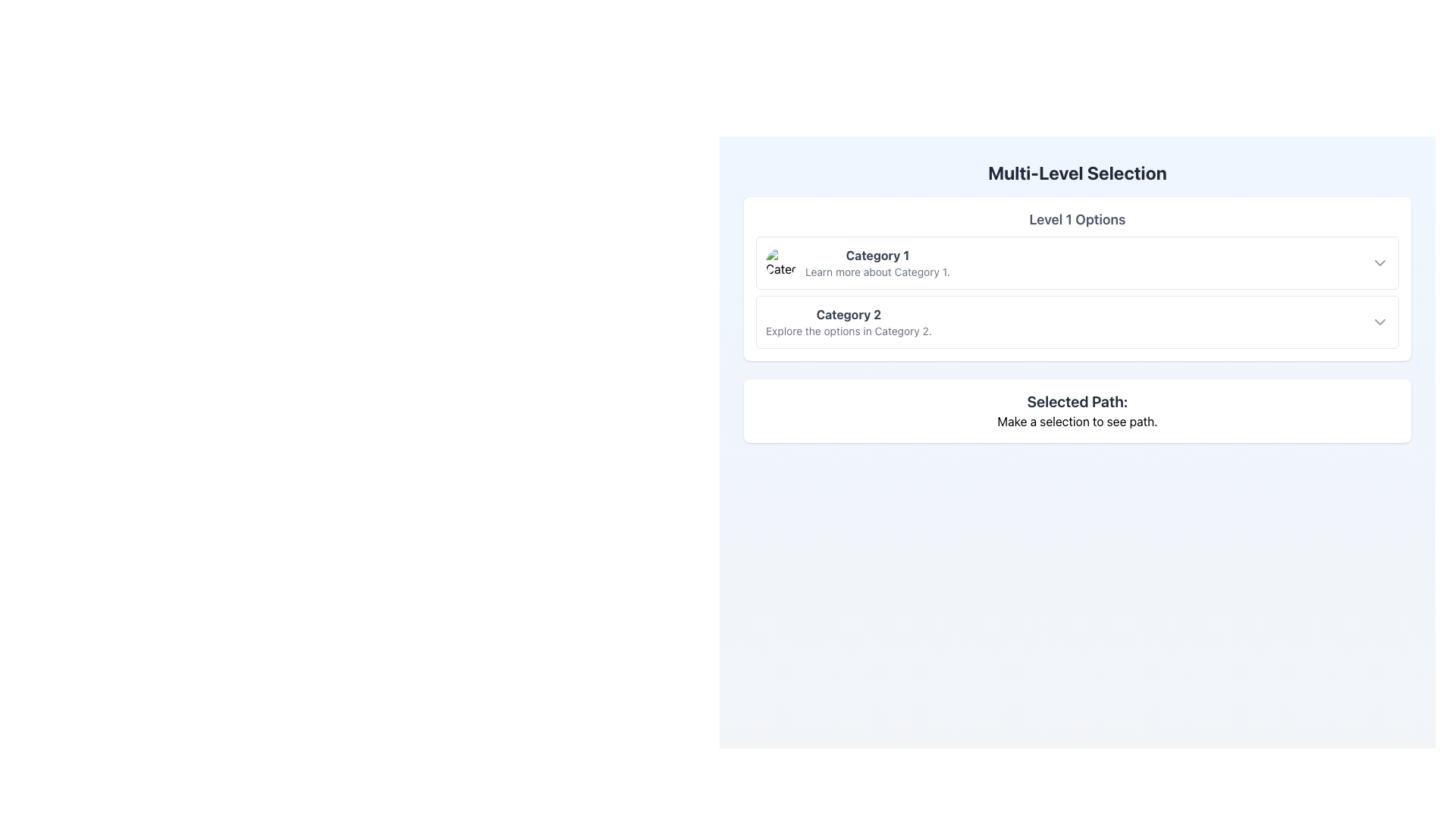 This screenshot has width=1456, height=819. What do you see at coordinates (848, 321) in the screenshot?
I see `the second Text Block in the 'Level 1 Options' group, located below the 'Category 1' section` at bounding box center [848, 321].